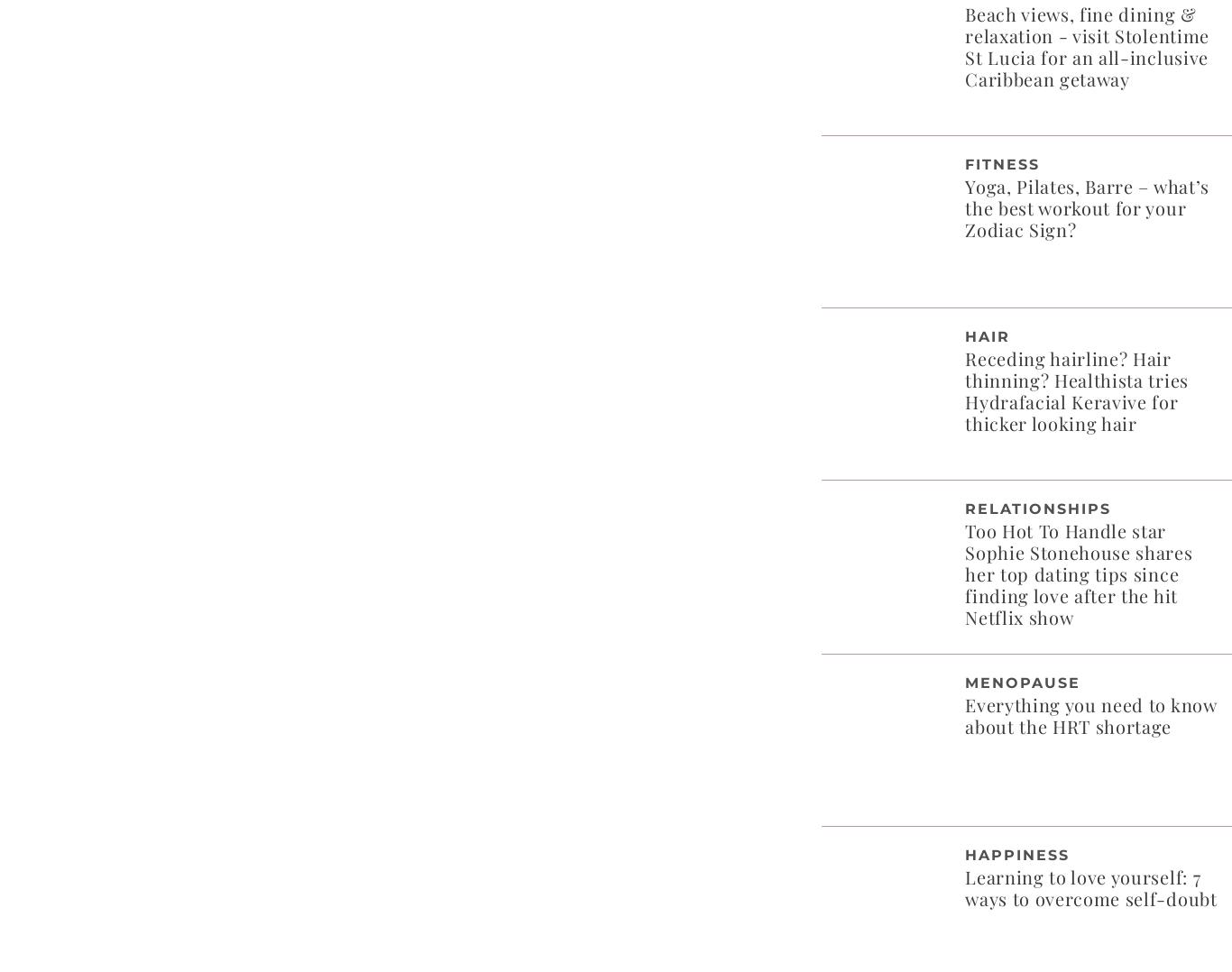  I want to click on 'Menopause', so click(963, 682).